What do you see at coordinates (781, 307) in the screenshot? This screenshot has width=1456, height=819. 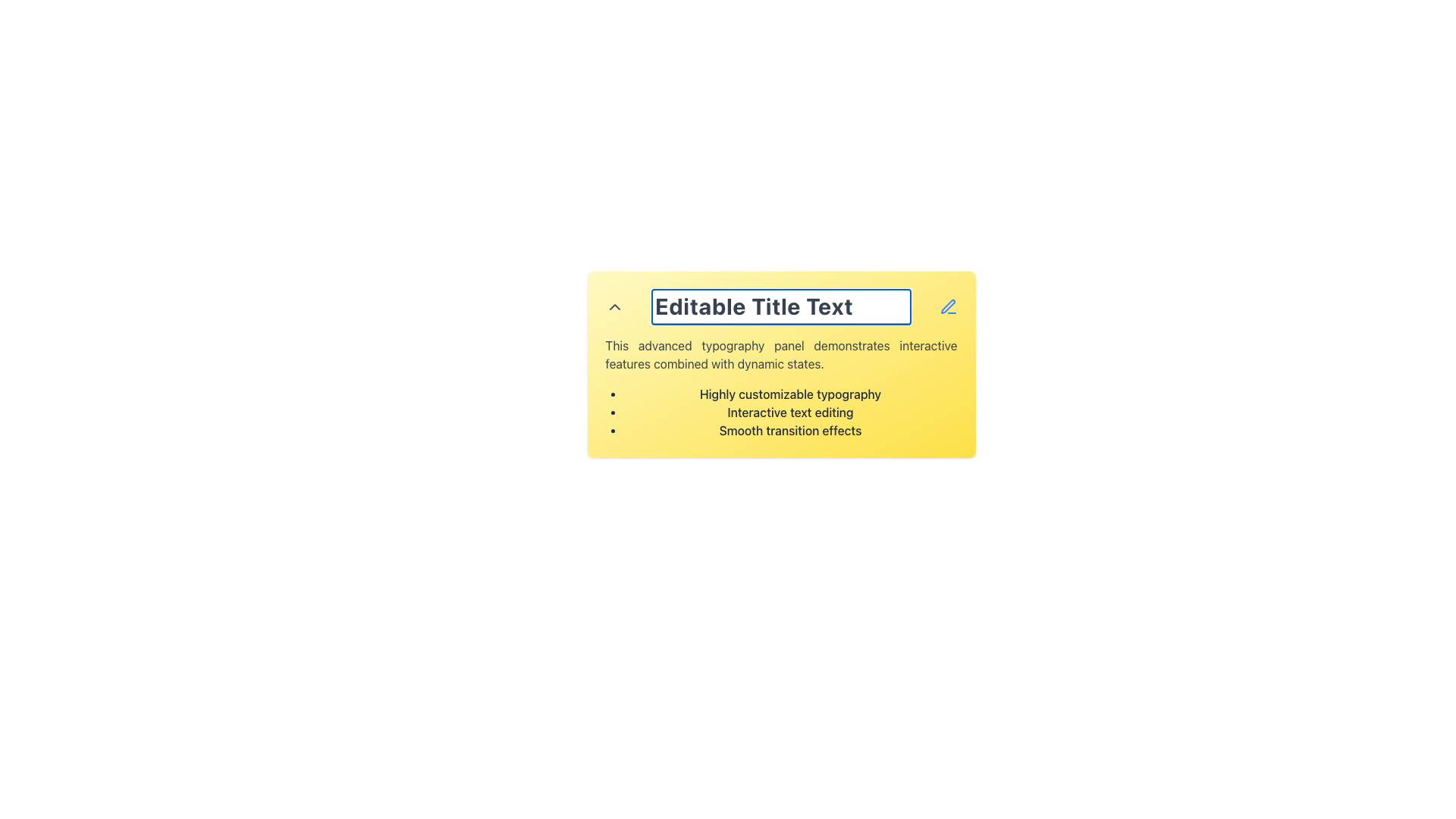 I see `the text area displaying 'Editable Title Text' which is styled in a bold and large font, located at the upper section of a yellow card panel` at bounding box center [781, 307].